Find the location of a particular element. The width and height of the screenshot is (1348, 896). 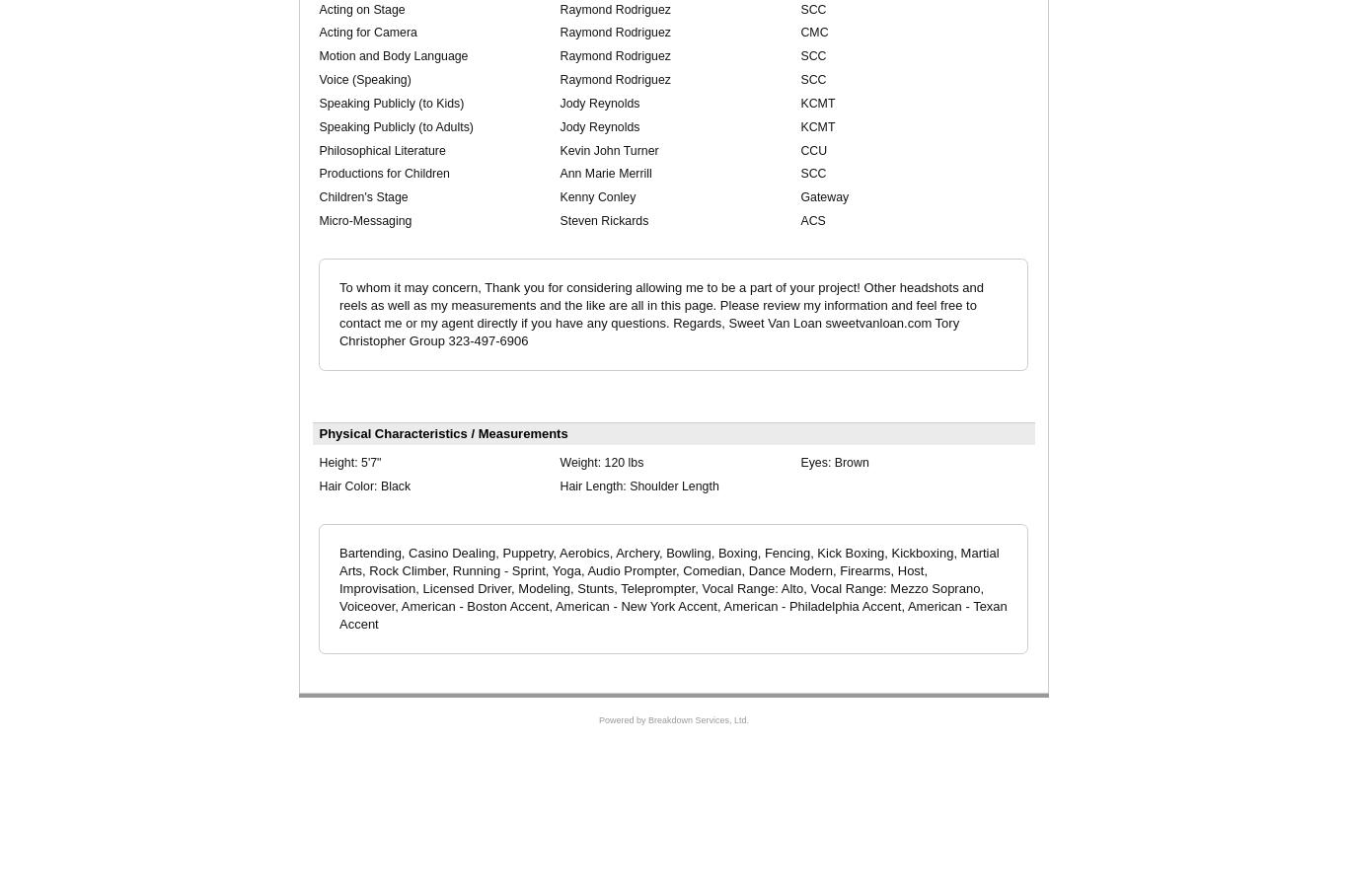

'Height:' is located at coordinates (338, 461).